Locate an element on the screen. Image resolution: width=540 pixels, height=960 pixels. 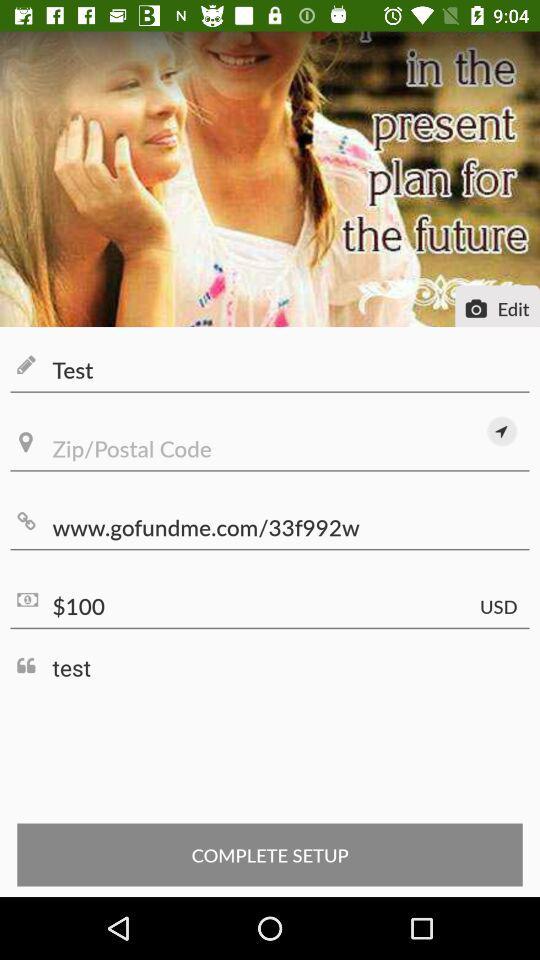
the item above $100 icon is located at coordinates (270, 526).